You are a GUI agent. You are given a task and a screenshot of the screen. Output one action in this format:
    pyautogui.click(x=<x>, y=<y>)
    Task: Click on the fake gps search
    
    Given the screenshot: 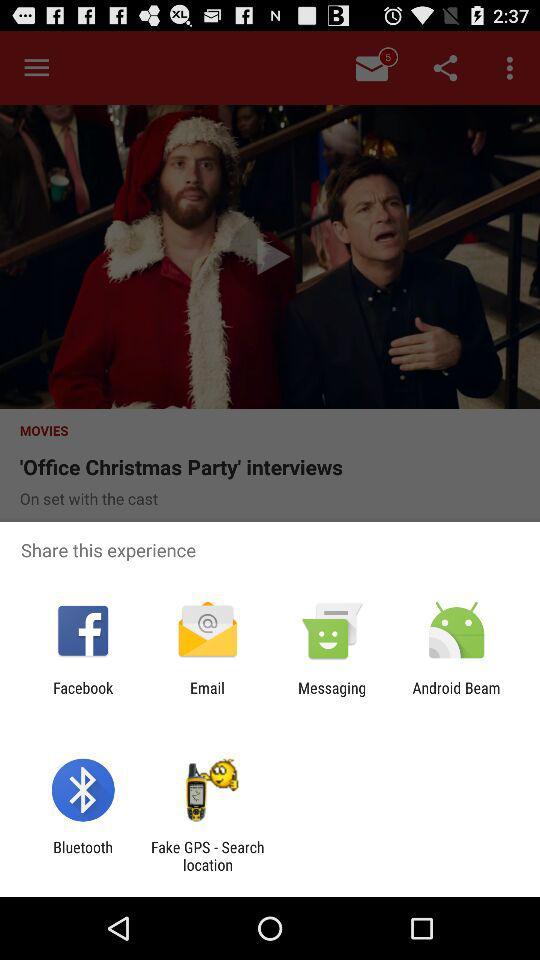 What is the action you would take?
    pyautogui.click(x=206, y=855)
    